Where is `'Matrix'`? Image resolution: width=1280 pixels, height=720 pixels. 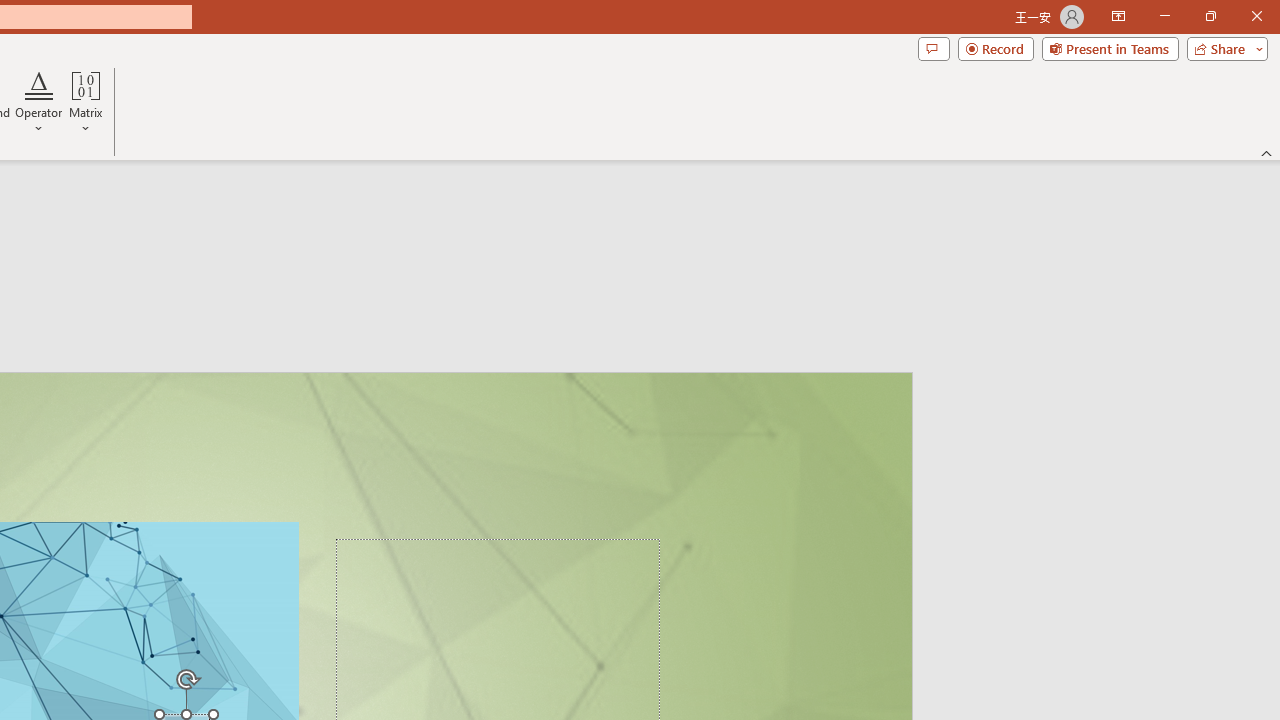
'Matrix' is located at coordinates (85, 103).